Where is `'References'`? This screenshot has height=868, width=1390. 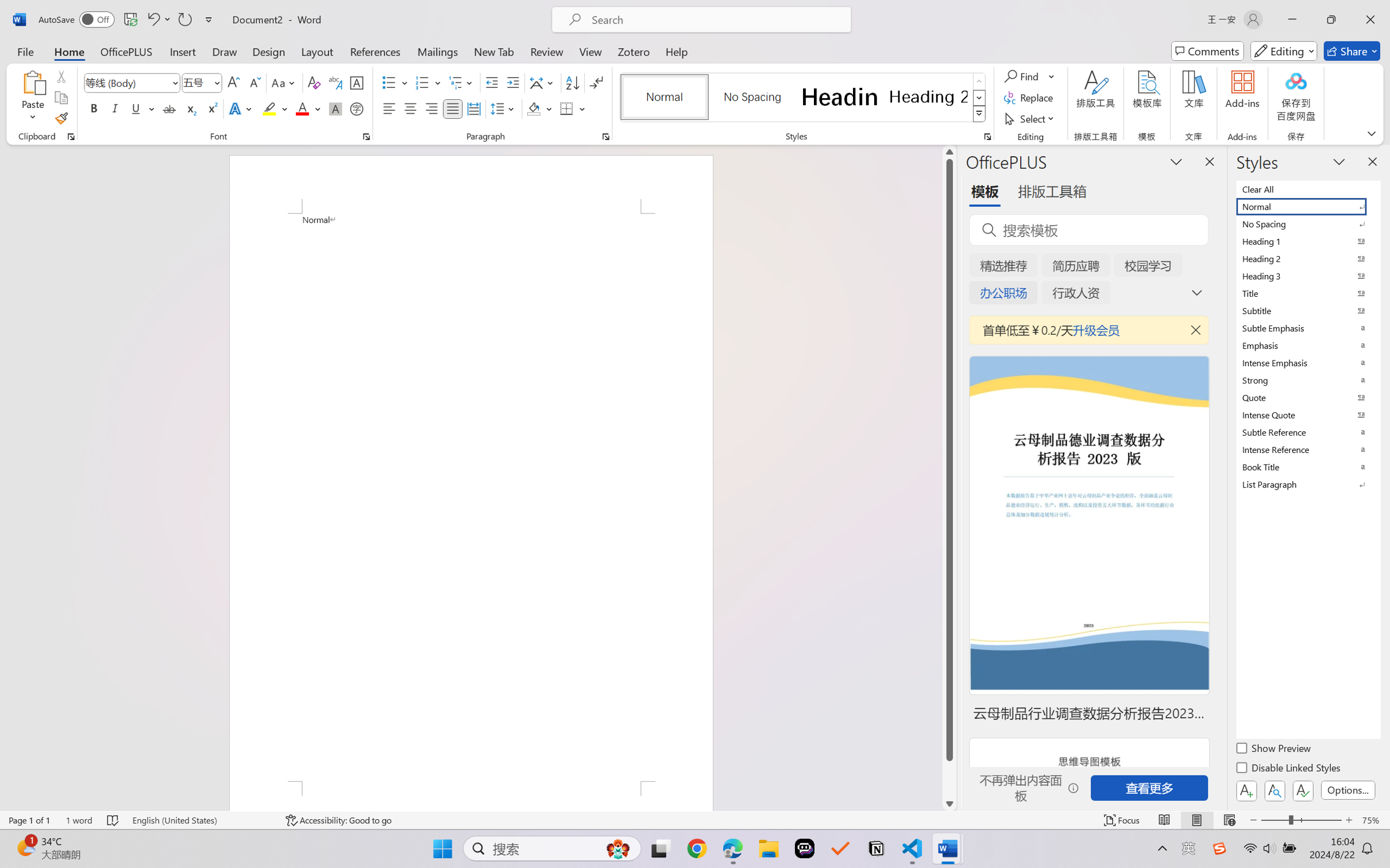
'References' is located at coordinates (375, 51).